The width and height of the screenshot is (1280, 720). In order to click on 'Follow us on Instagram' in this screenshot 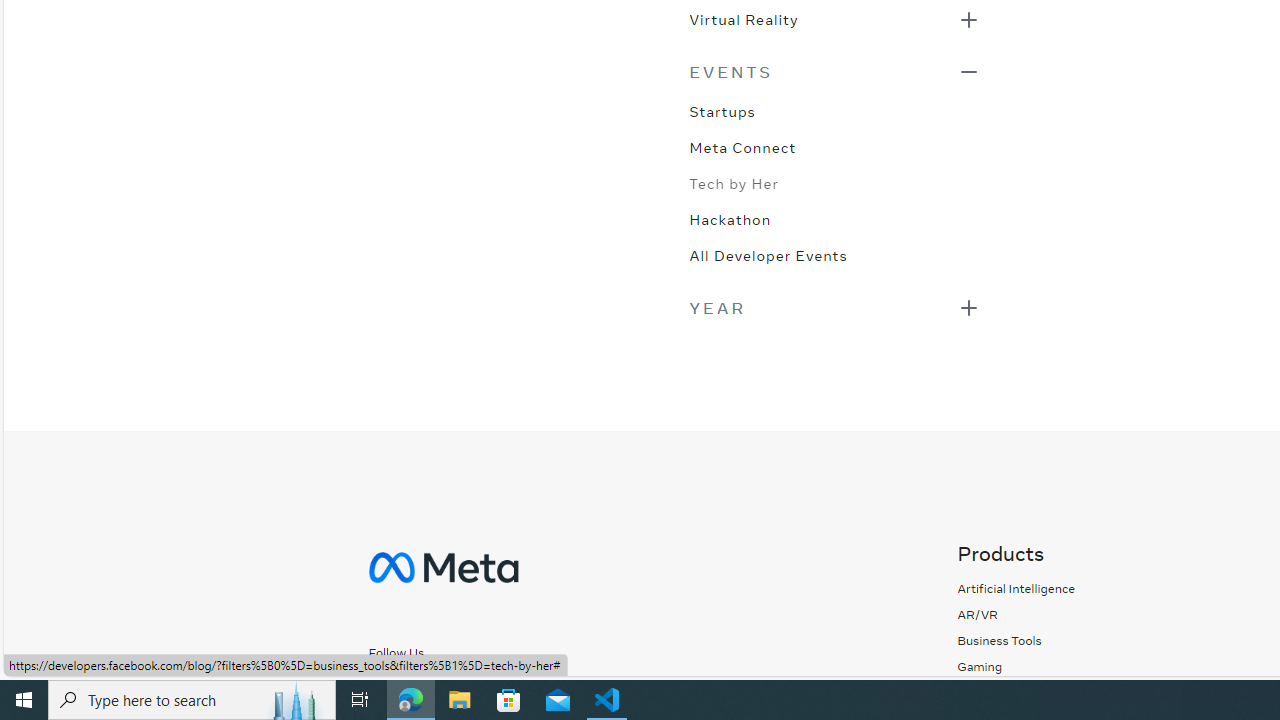, I will do `click(423, 686)`.